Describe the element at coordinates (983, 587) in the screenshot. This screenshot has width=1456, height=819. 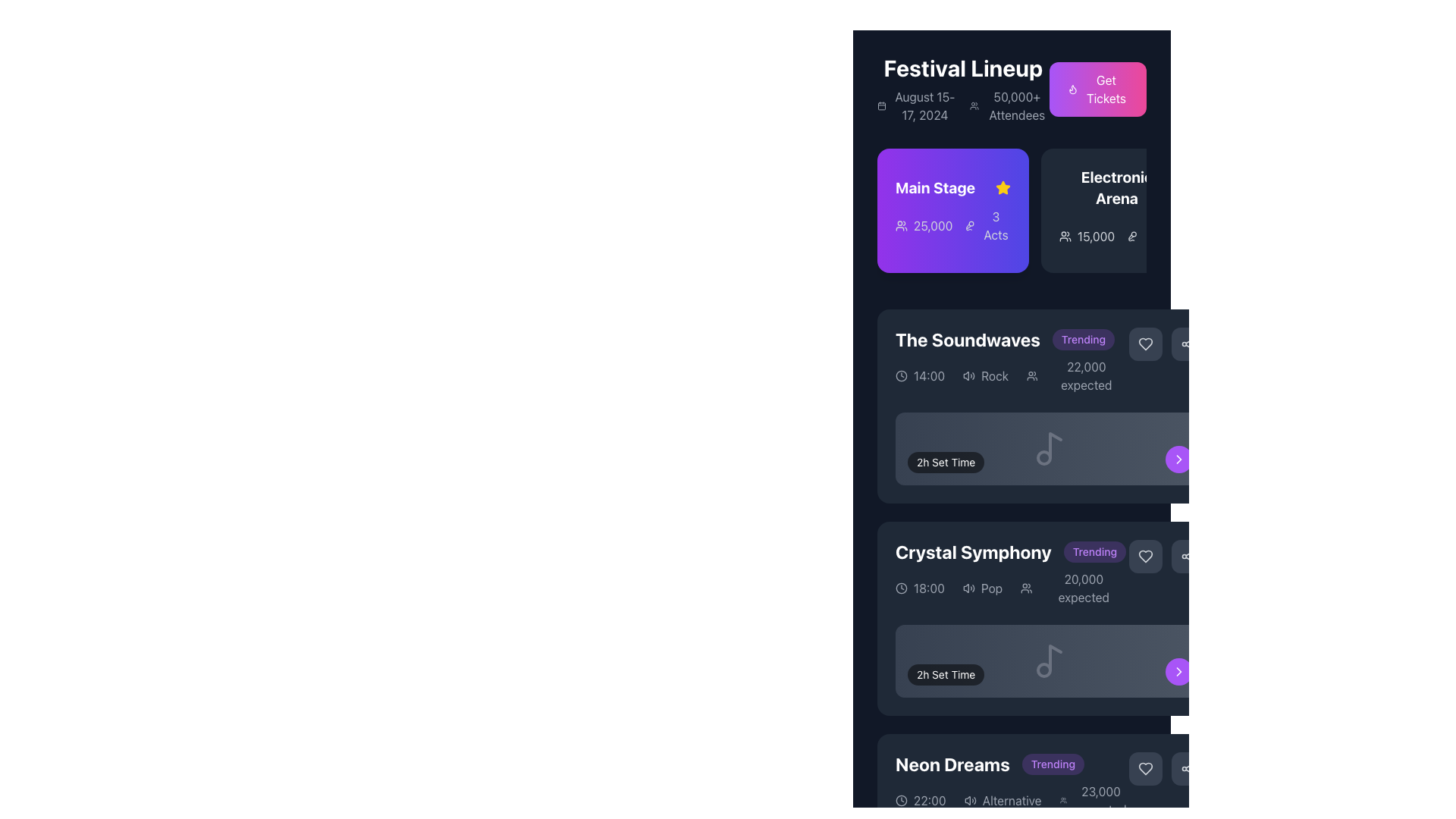
I see `text content of the small light gray label reading 'Pop', which is positioned horizontally next to a speaker icon, part of the music genre information display for 'Crystal Symphony'` at that location.